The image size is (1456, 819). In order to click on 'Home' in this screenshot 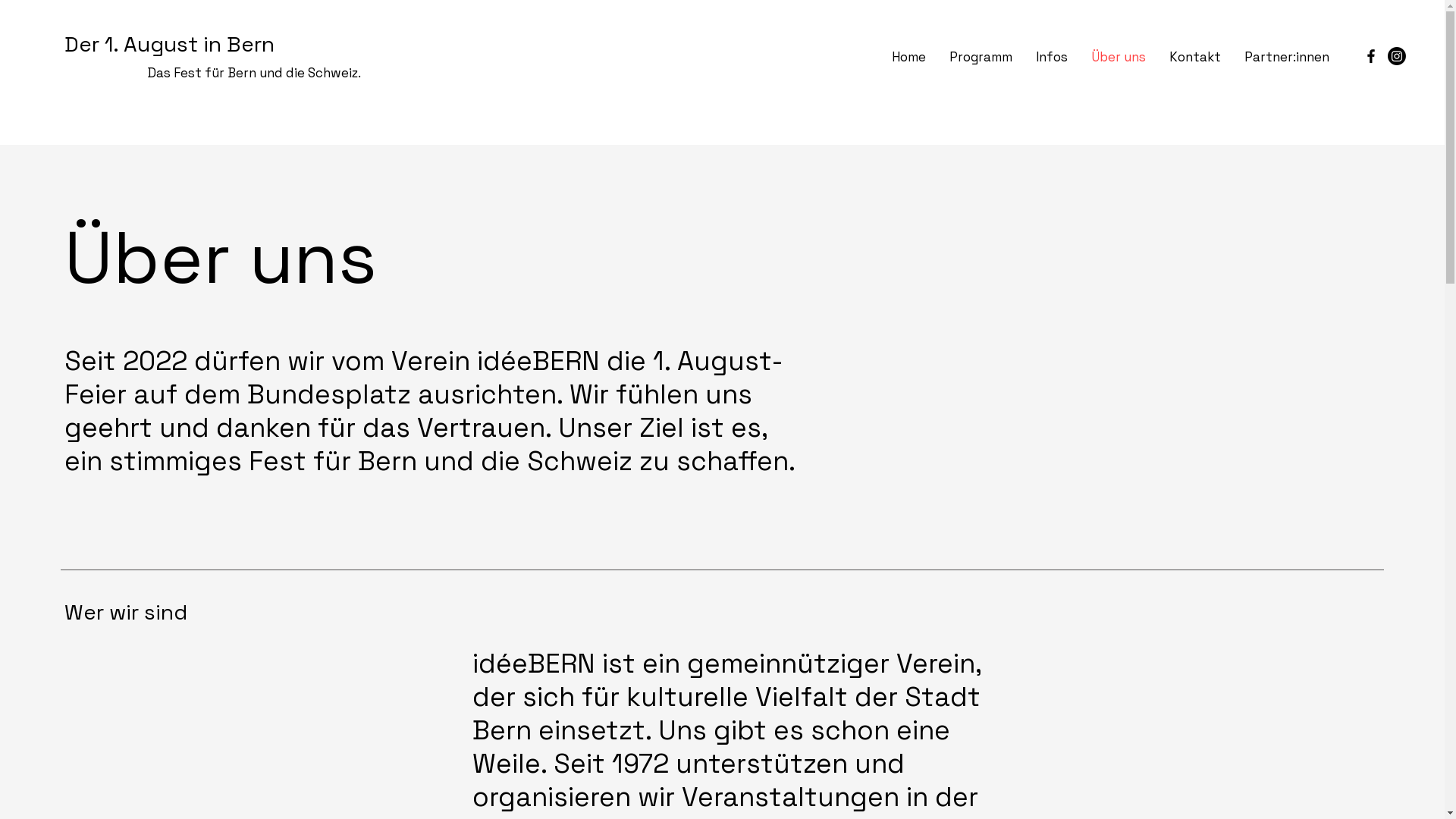, I will do `click(880, 55)`.